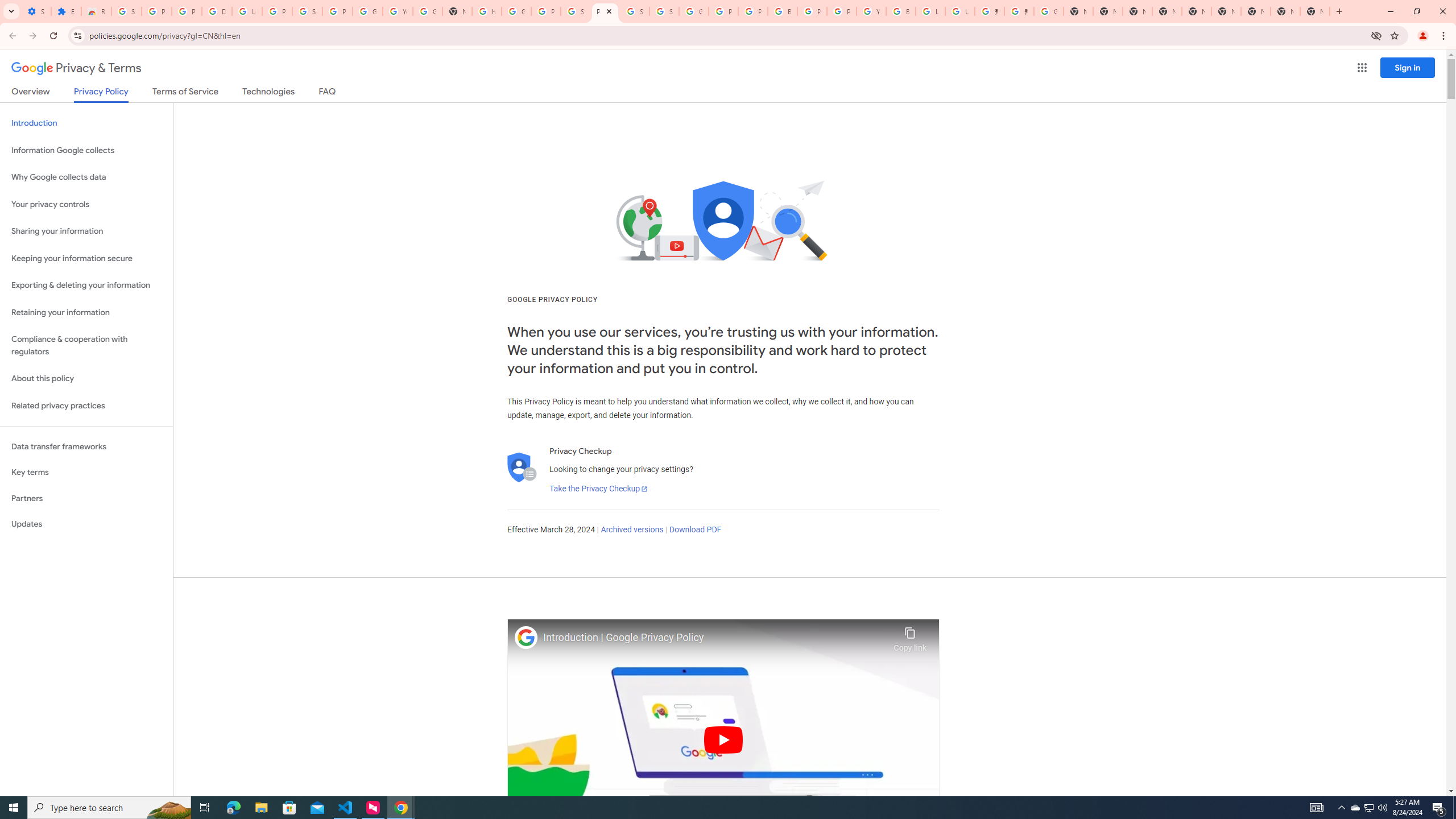  What do you see at coordinates (86, 405) in the screenshot?
I see `'Related privacy practices'` at bounding box center [86, 405].